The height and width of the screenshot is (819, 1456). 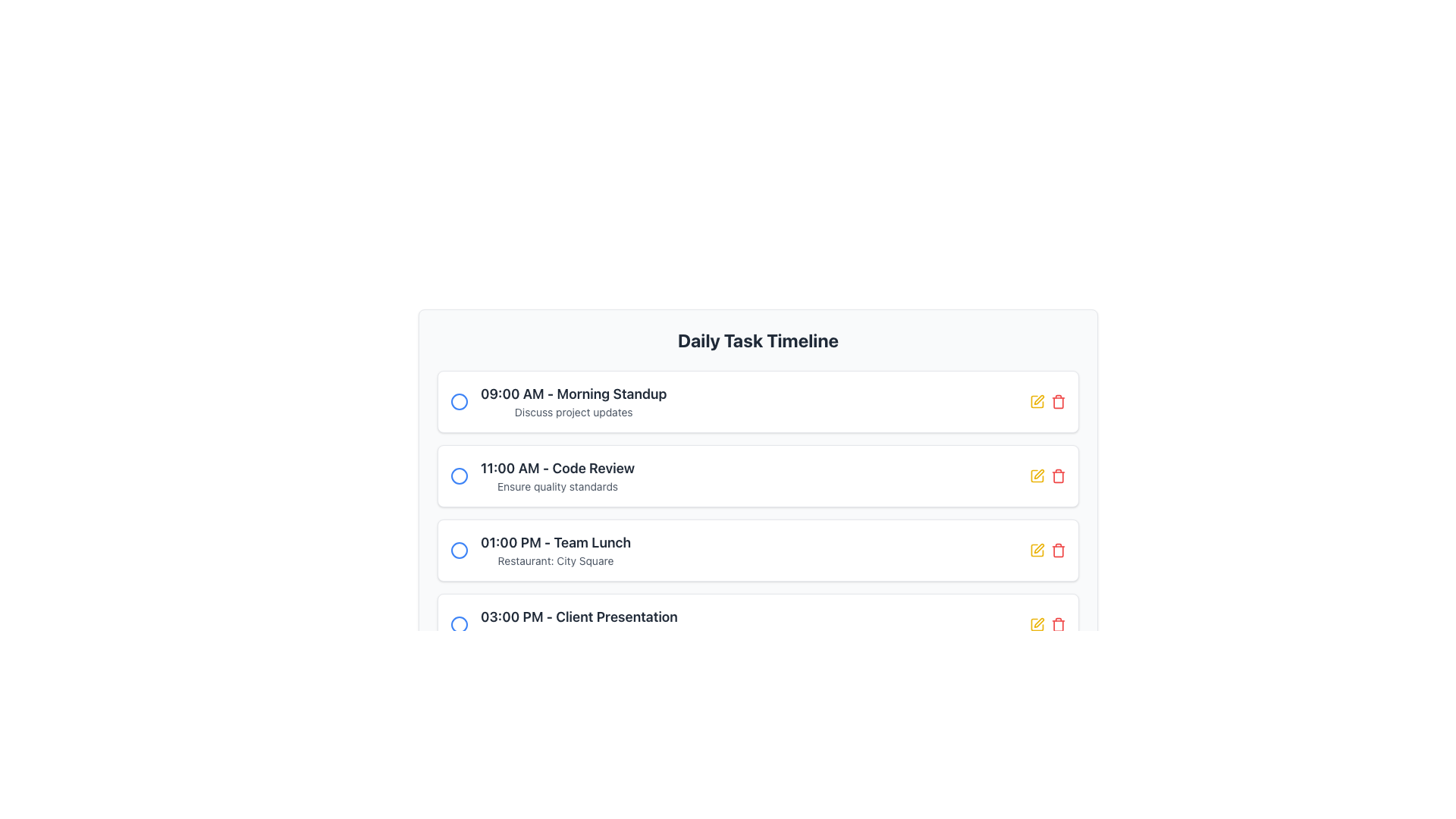 What do you see at coordinates (563, 625) in the screenshot?
I see `the last task entry in the scheduled tasks list` at bounding box center [563, 625].